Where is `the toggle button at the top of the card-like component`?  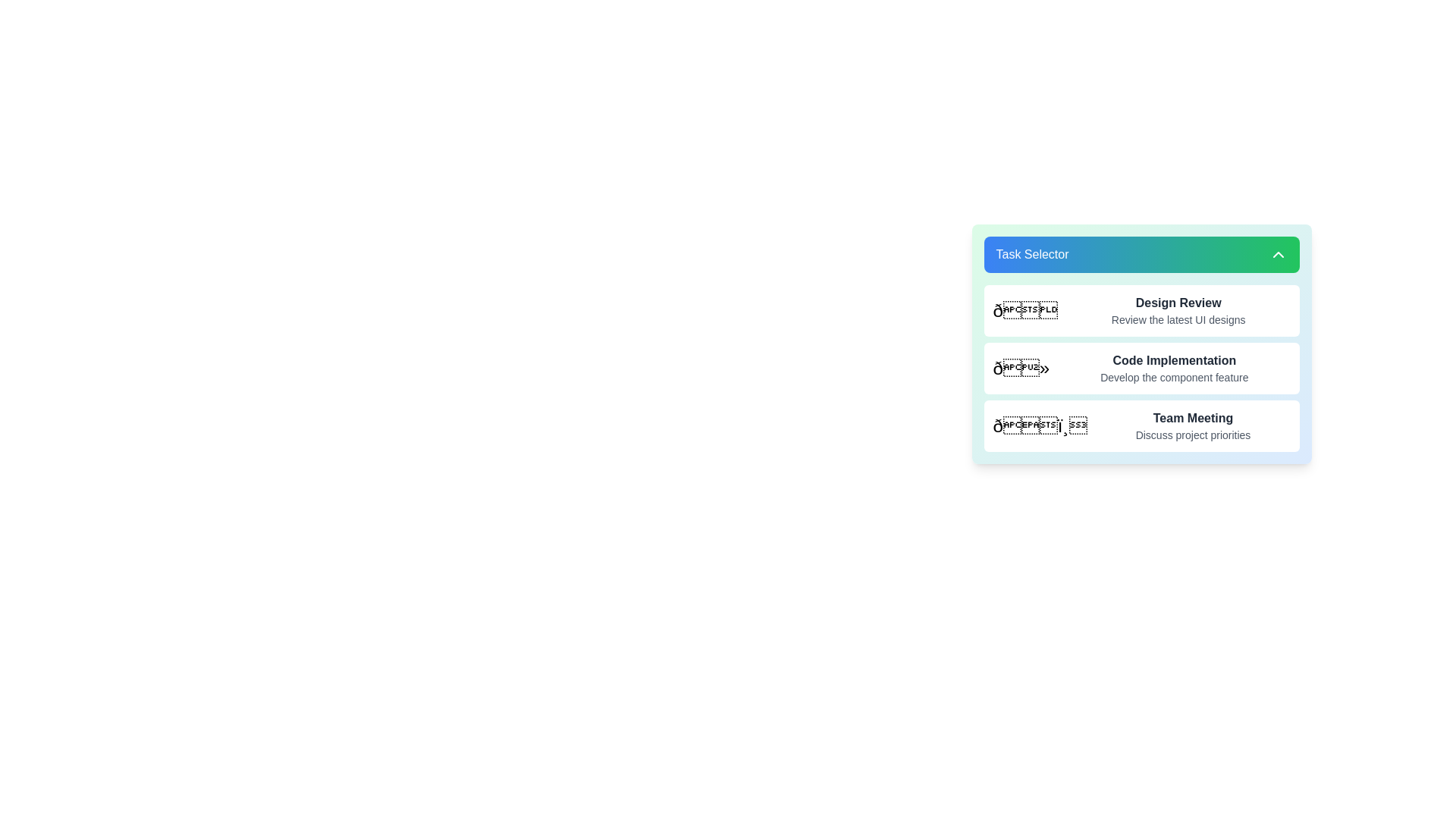
the toggle button at the top of the card-like component is located at coordinates (1141, 253).